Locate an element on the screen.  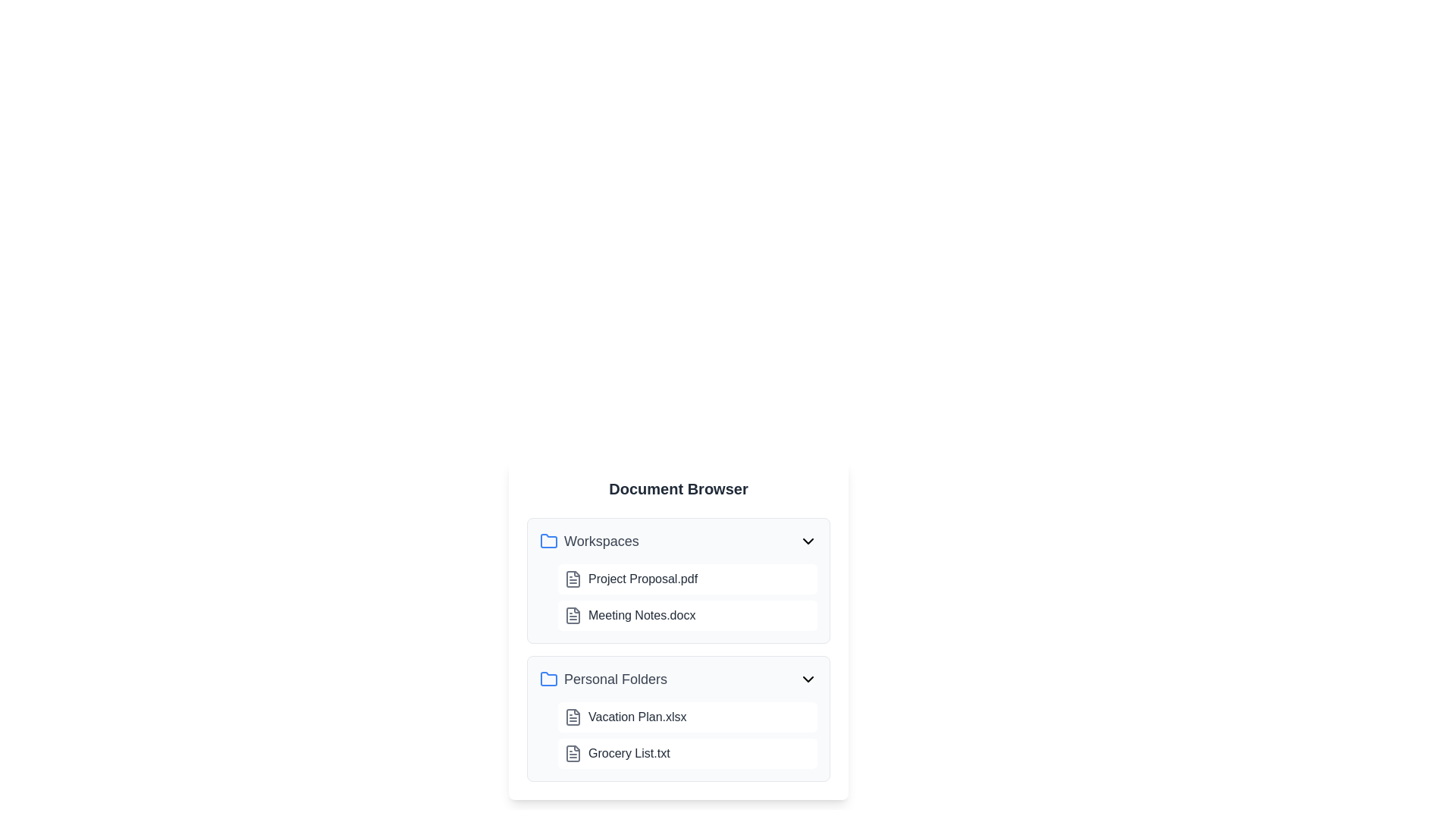
the gray file icon with rounded corners located in the 'Personal Folders' section next to 'Grocery List.txt' is located at coordinates (572, 754).